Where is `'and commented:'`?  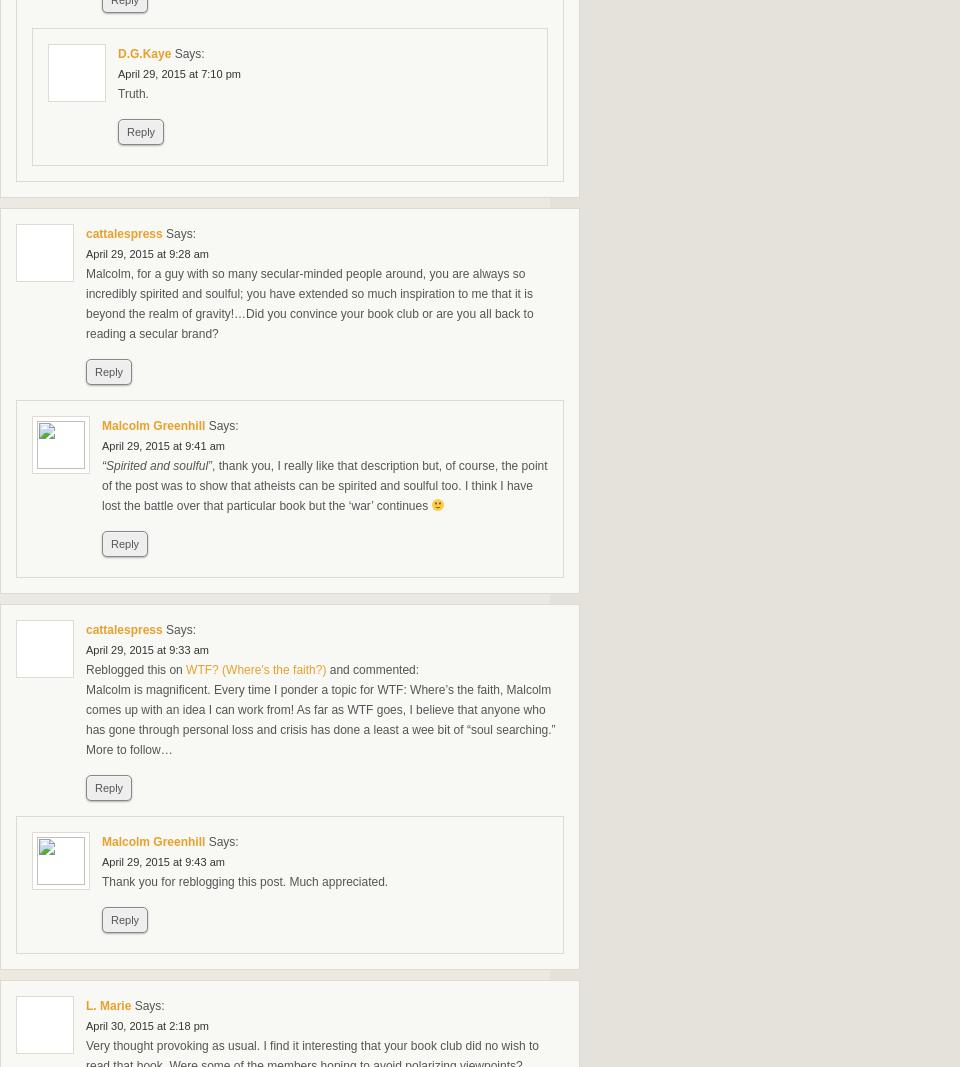
'and commented:' is located at coordinates (371, 669).